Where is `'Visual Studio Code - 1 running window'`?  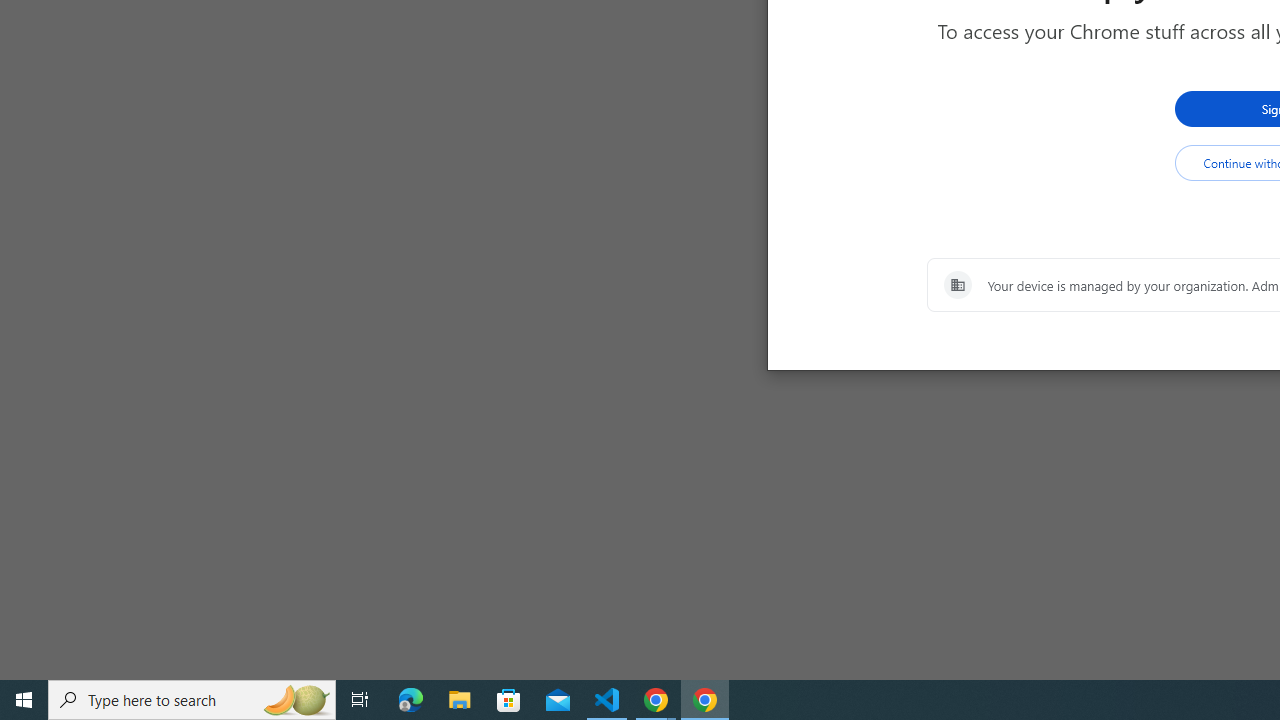 'Visual Studio Code - 1 running window' is located at coordinates (606, 698).